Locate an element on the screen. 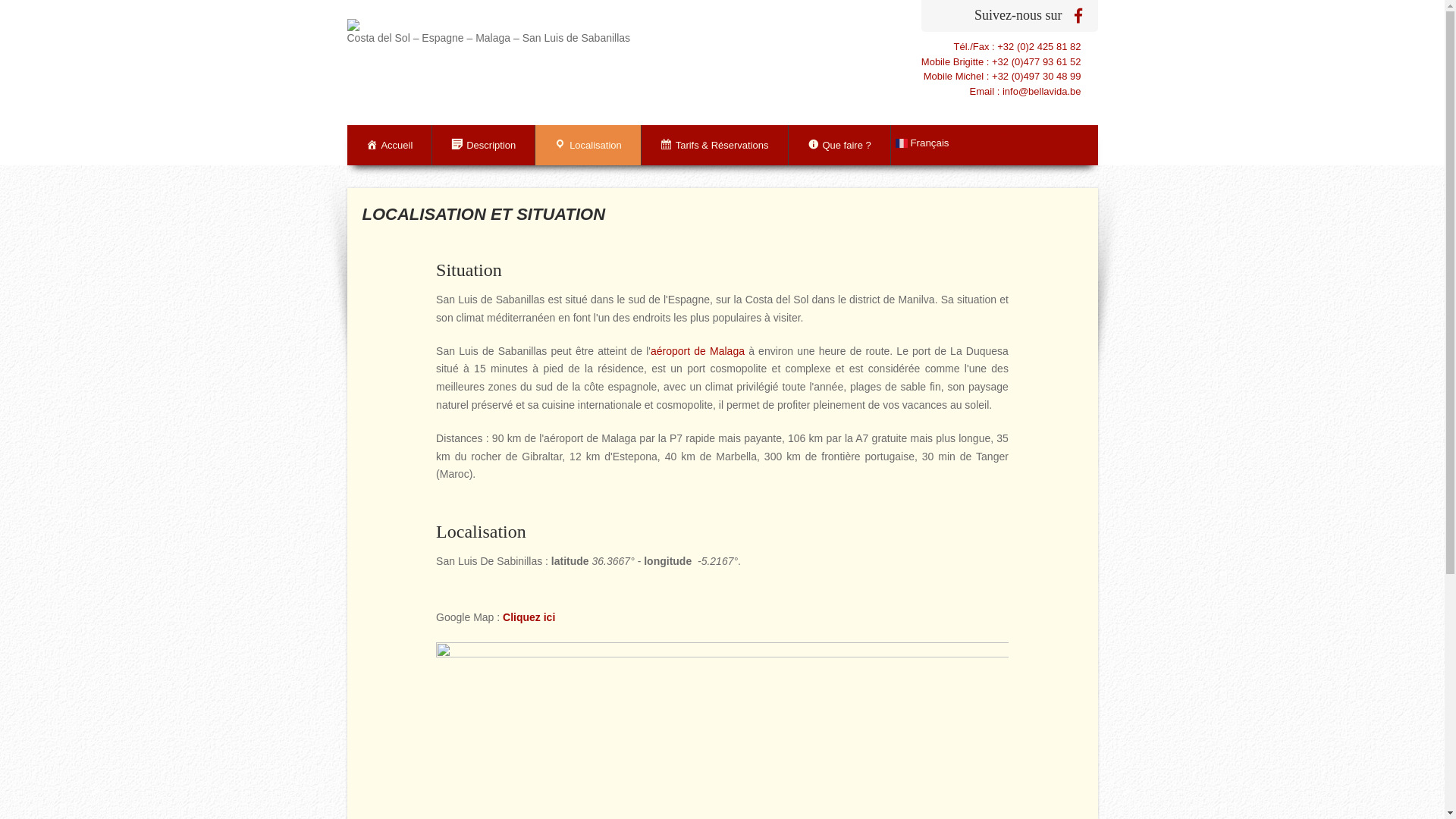 Image resolution: width=1456 pixels, height=819 pixels. 'info@bellavida.be' is located at coordinates (1040, 90).